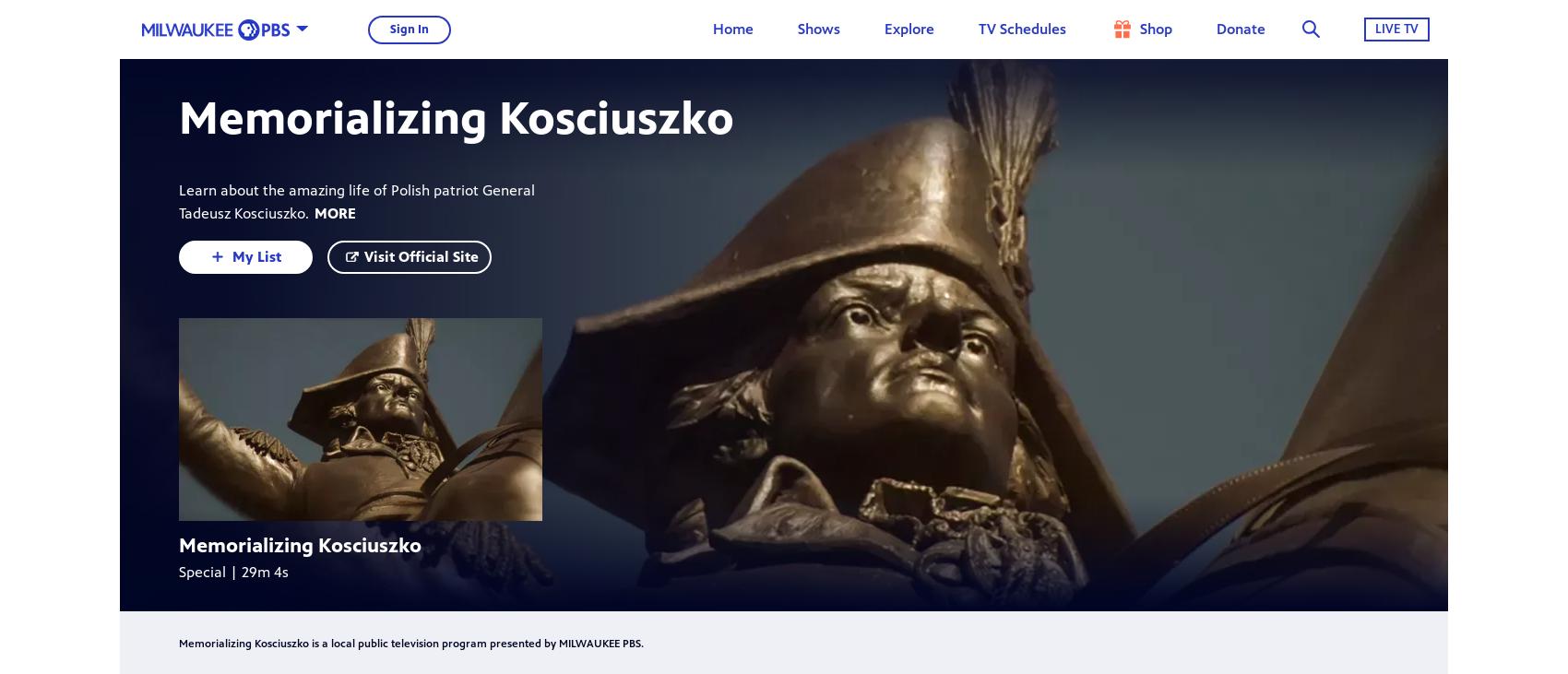  Describe the element at coordinates (932, 200) in the screenshot. I see `'World on Fire on Masterpiece'` at that location.